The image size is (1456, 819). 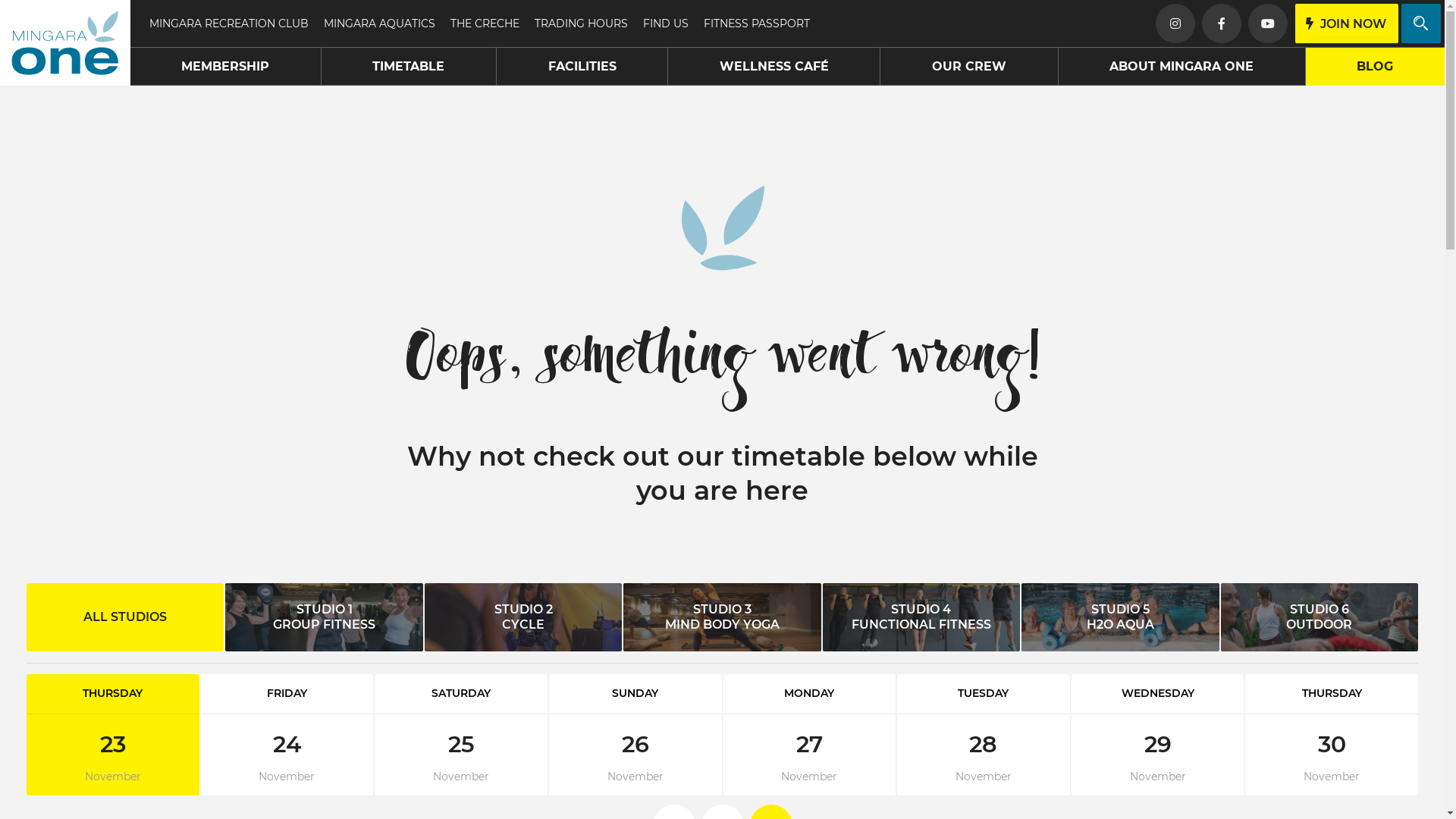 I want to click on 'TRADING HOURS', so click(x=579, y=23).